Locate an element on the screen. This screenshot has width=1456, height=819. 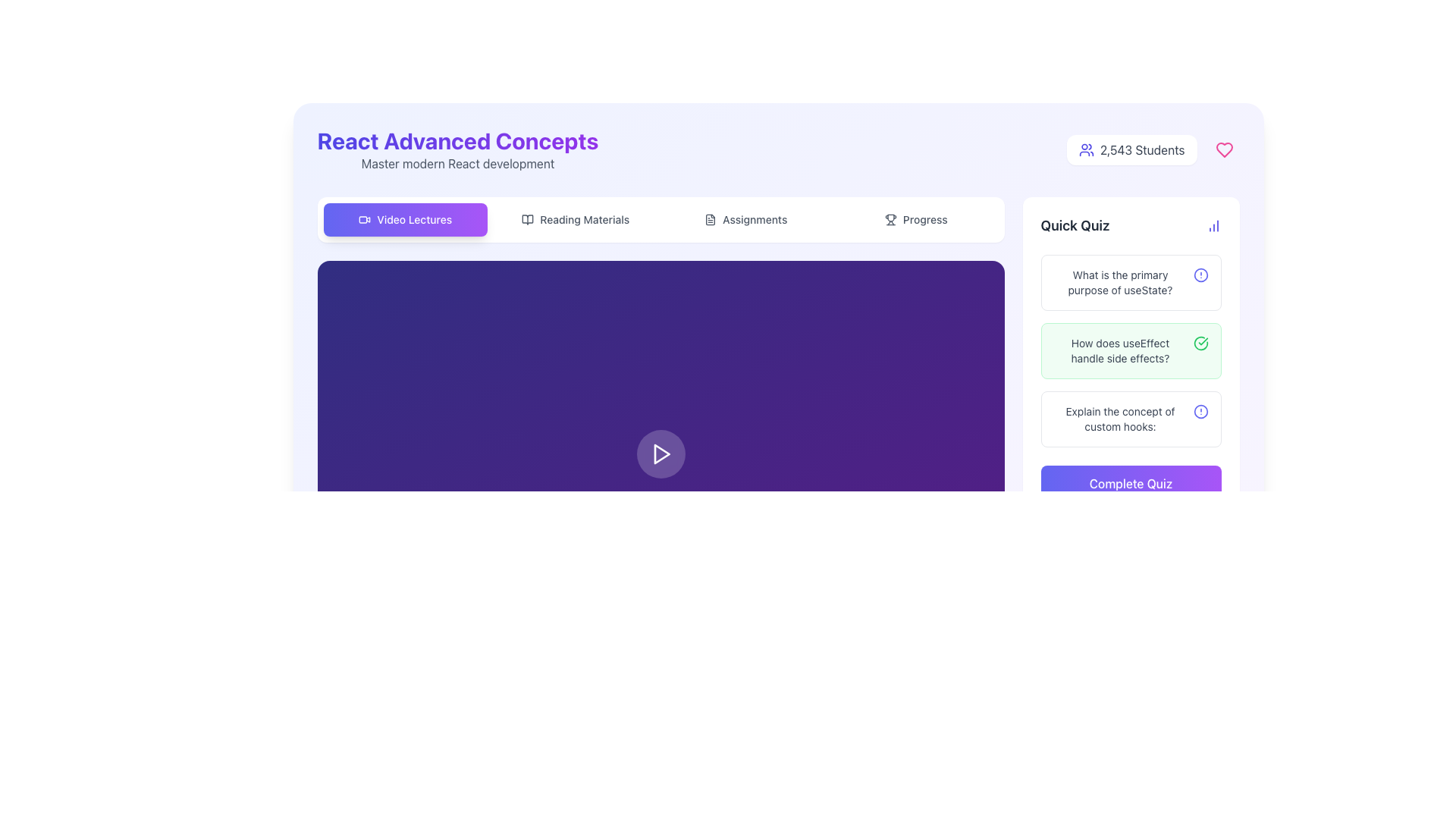
the 'like' or 'favorite' icon located at the top-right of the interface, near the '2,543 Students' label, to interact with it is located at coordinates (1224, 149).